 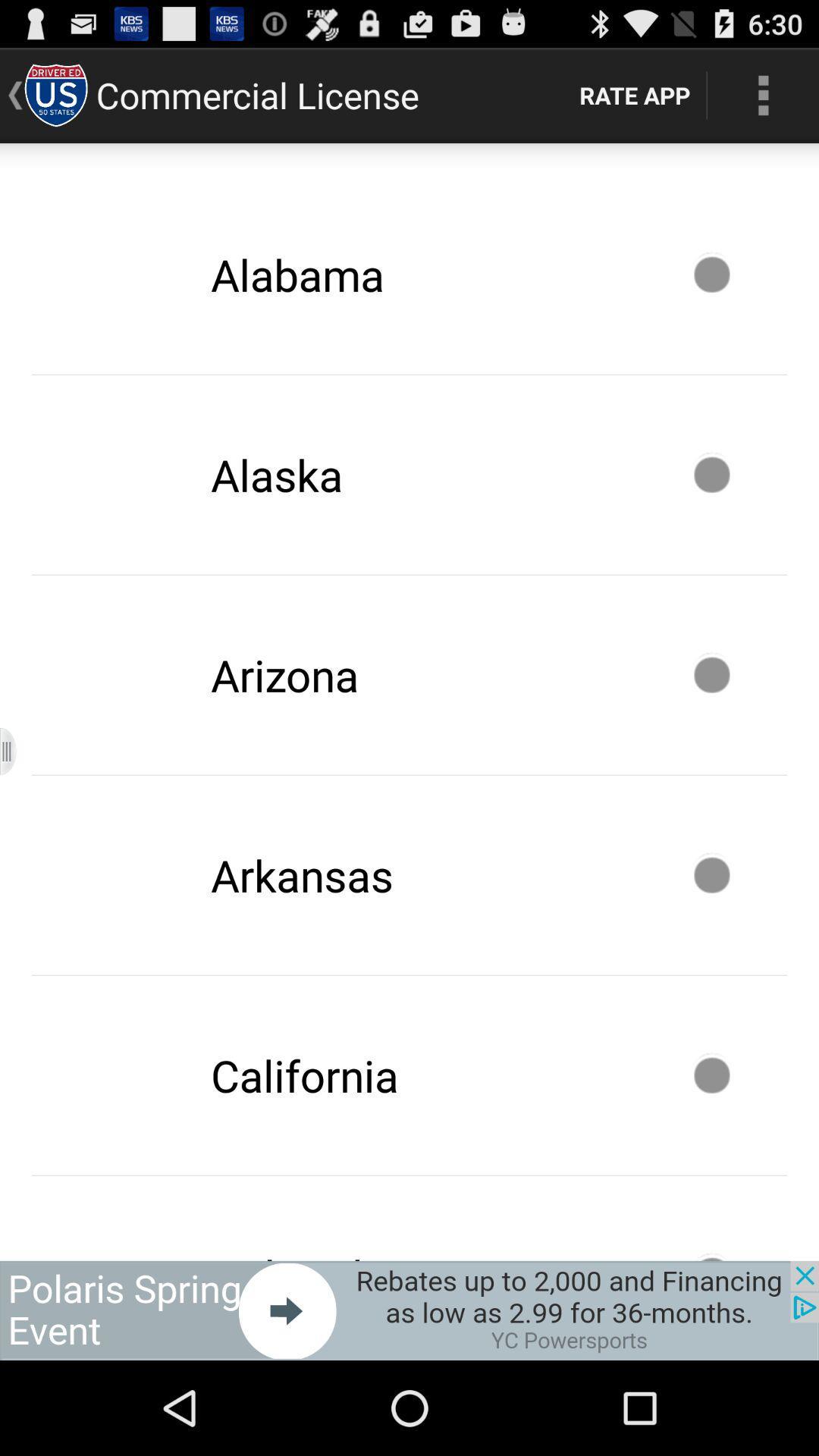 What do you see at coordinates (17, 803) in the screenshot?
I see `the menu icon` at bounding box center [17, 803].